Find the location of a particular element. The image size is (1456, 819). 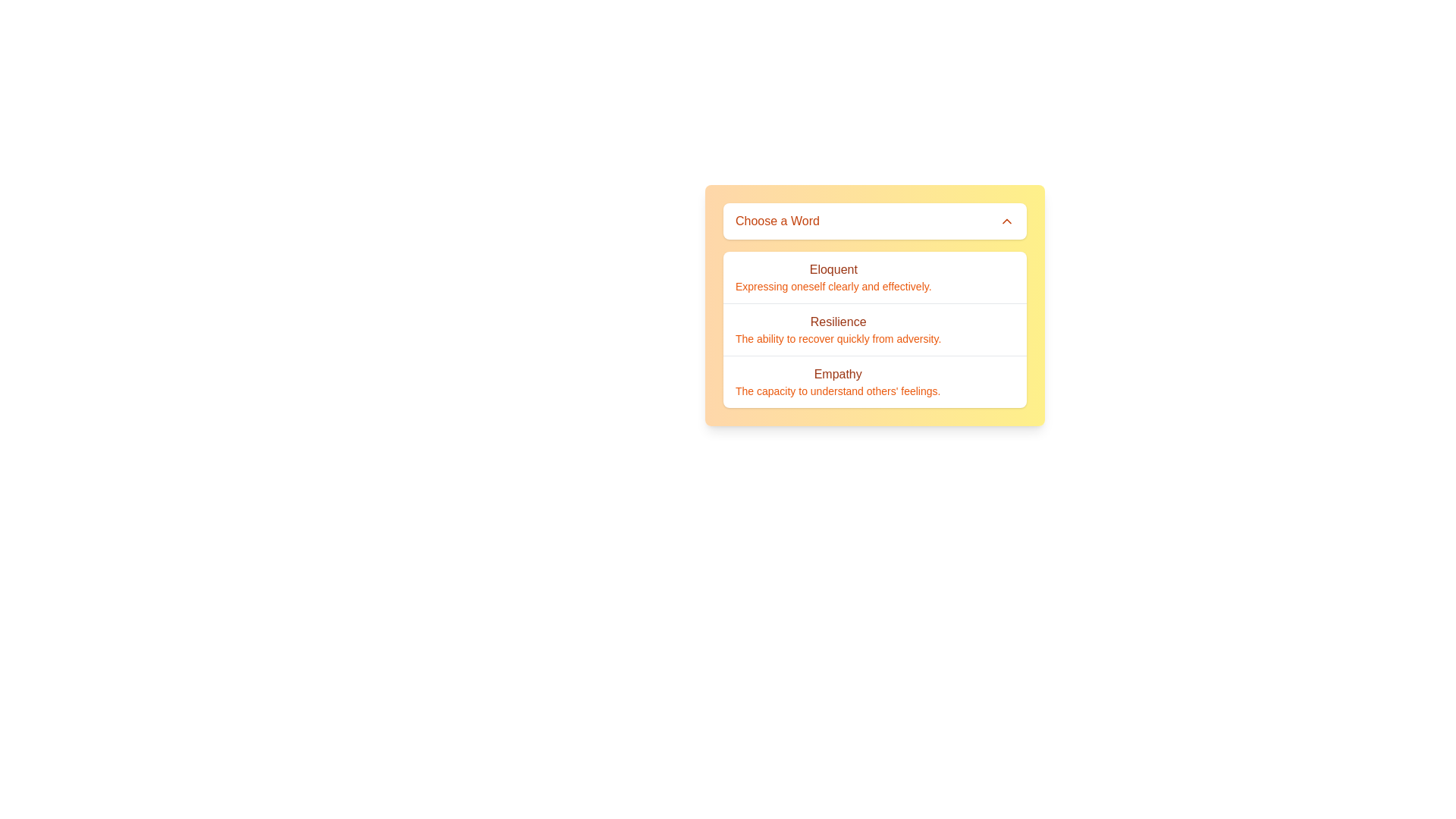

the text label displaying 'Eloquent' is located at coordinates (833, 268).